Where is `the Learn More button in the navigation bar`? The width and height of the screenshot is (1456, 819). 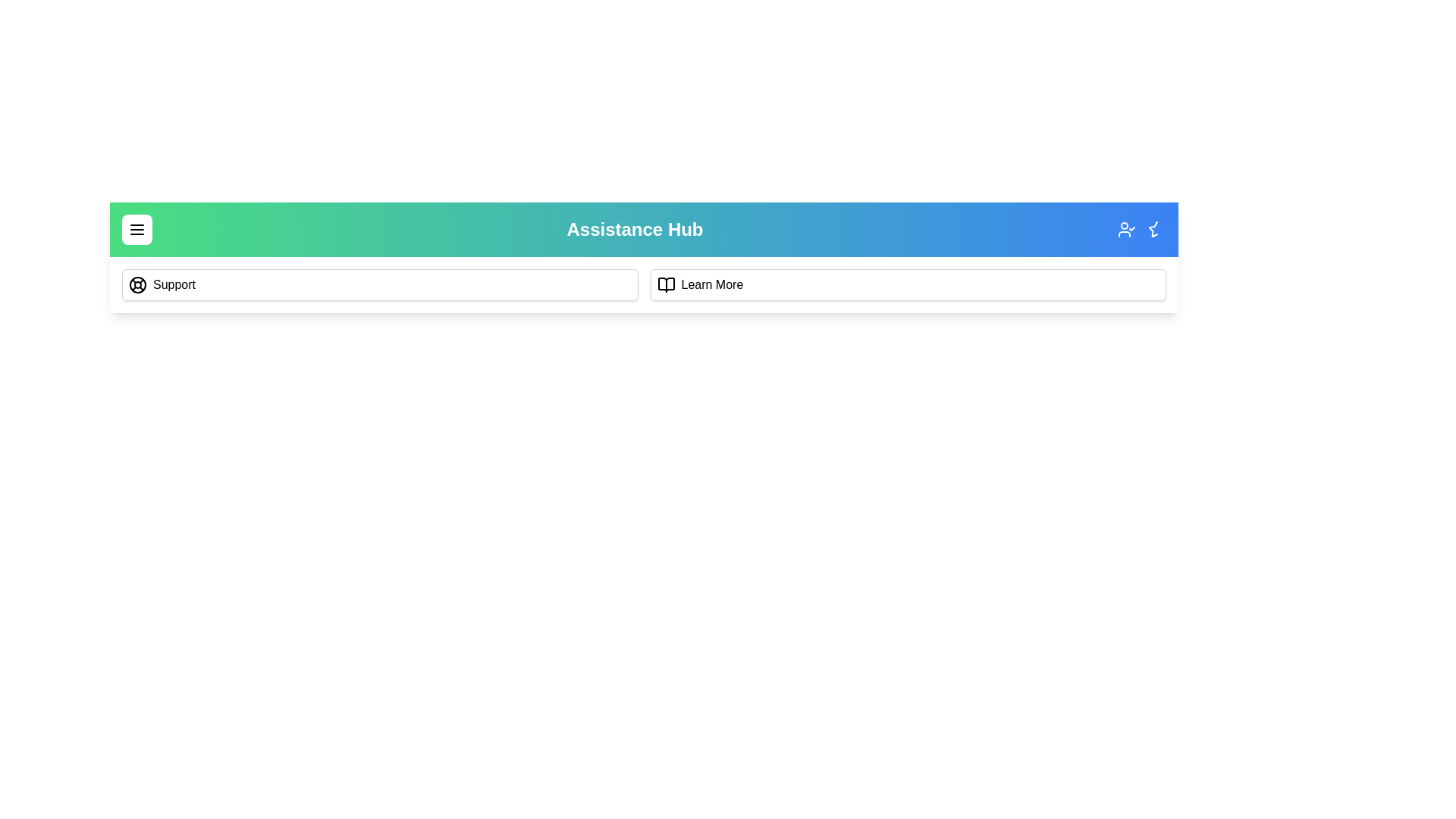
the Learn More button in the navigation bar is located at coordinates (908, 284).